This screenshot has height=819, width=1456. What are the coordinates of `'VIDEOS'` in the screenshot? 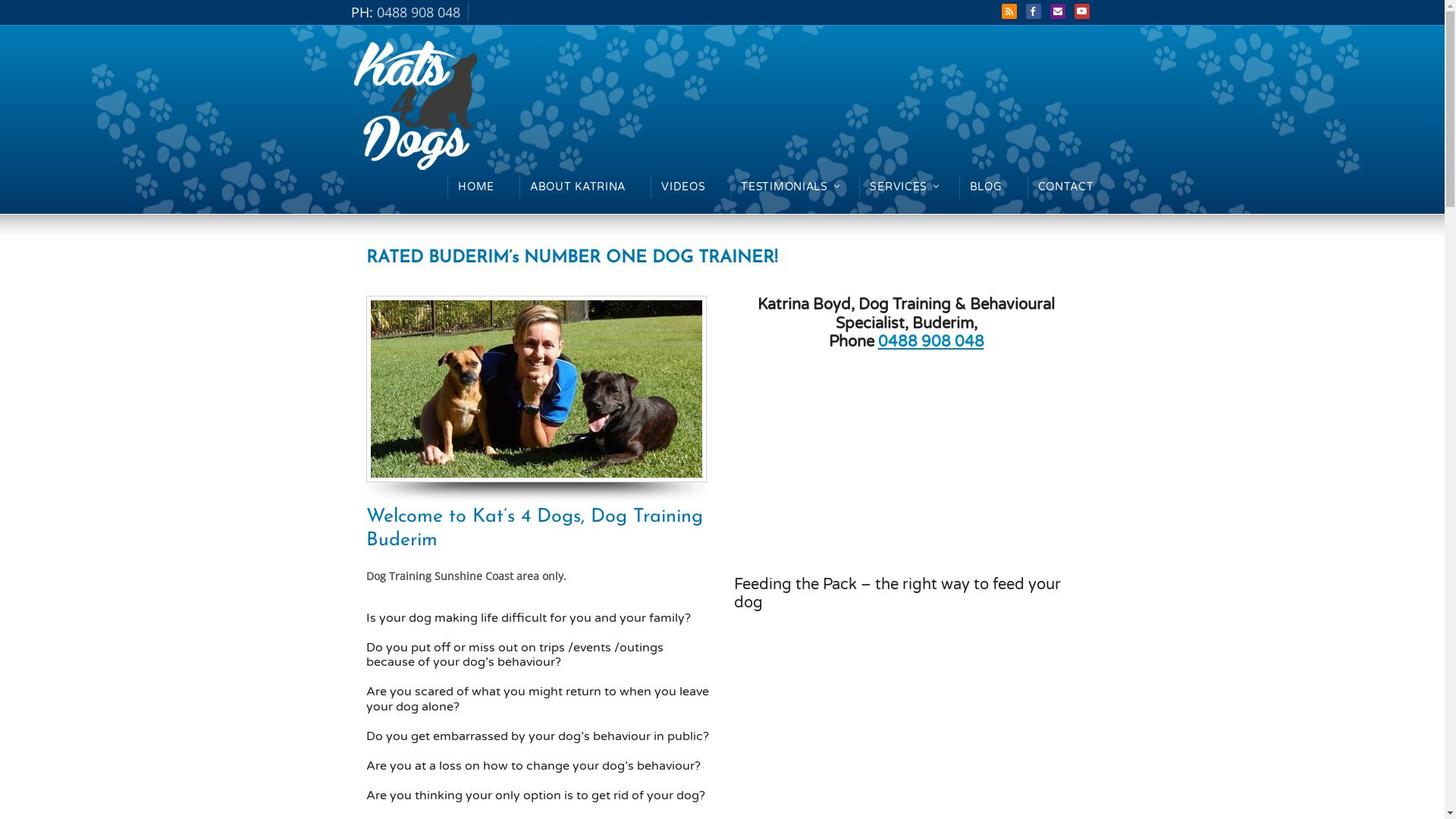 It's located at (682, 186).